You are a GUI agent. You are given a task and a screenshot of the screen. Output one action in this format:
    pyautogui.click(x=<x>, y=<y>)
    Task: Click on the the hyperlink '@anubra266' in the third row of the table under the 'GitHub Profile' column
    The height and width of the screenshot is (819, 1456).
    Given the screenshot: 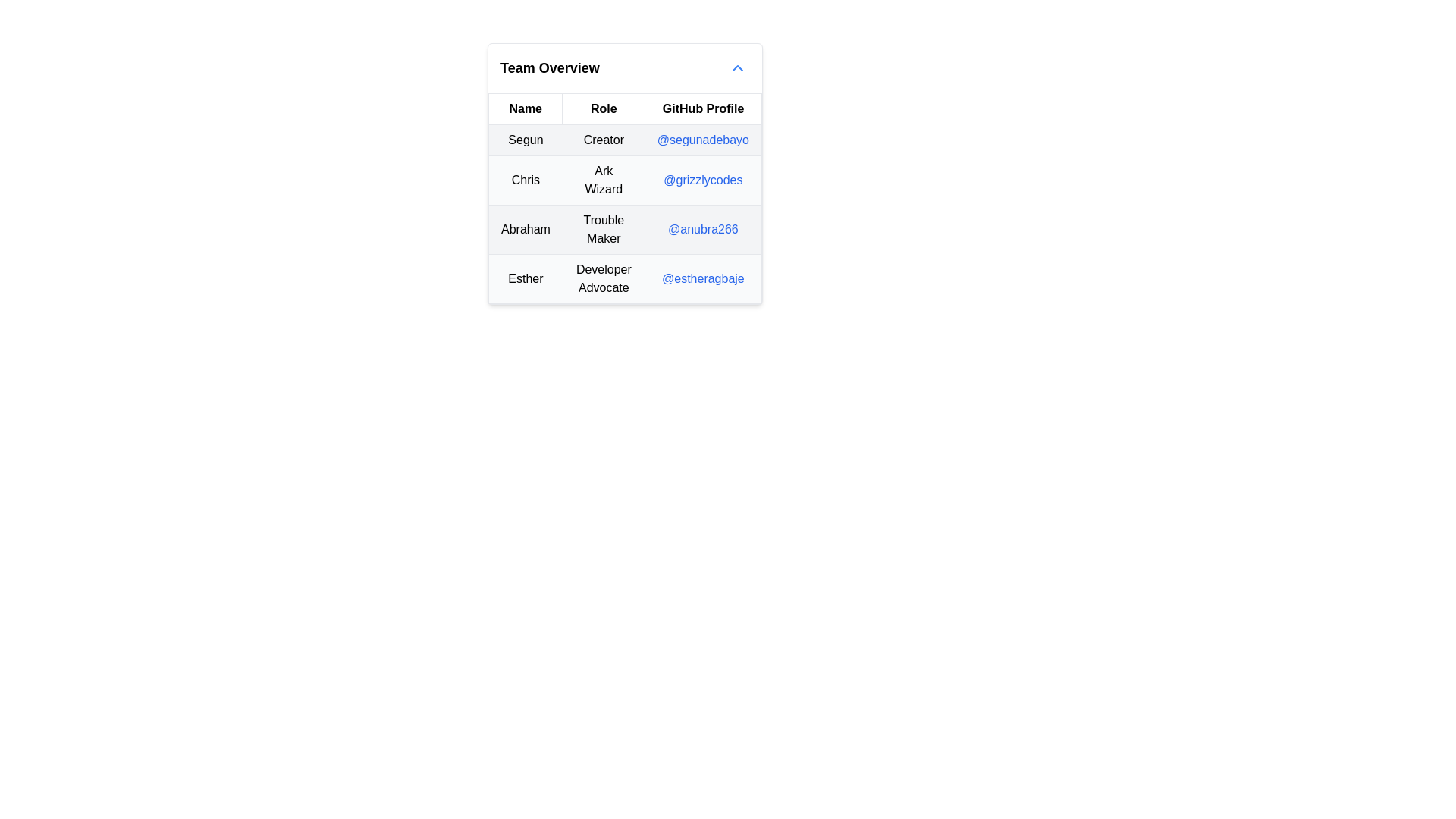 What is the action you would take?
    pyautogui.click(x=701, y=230)
    